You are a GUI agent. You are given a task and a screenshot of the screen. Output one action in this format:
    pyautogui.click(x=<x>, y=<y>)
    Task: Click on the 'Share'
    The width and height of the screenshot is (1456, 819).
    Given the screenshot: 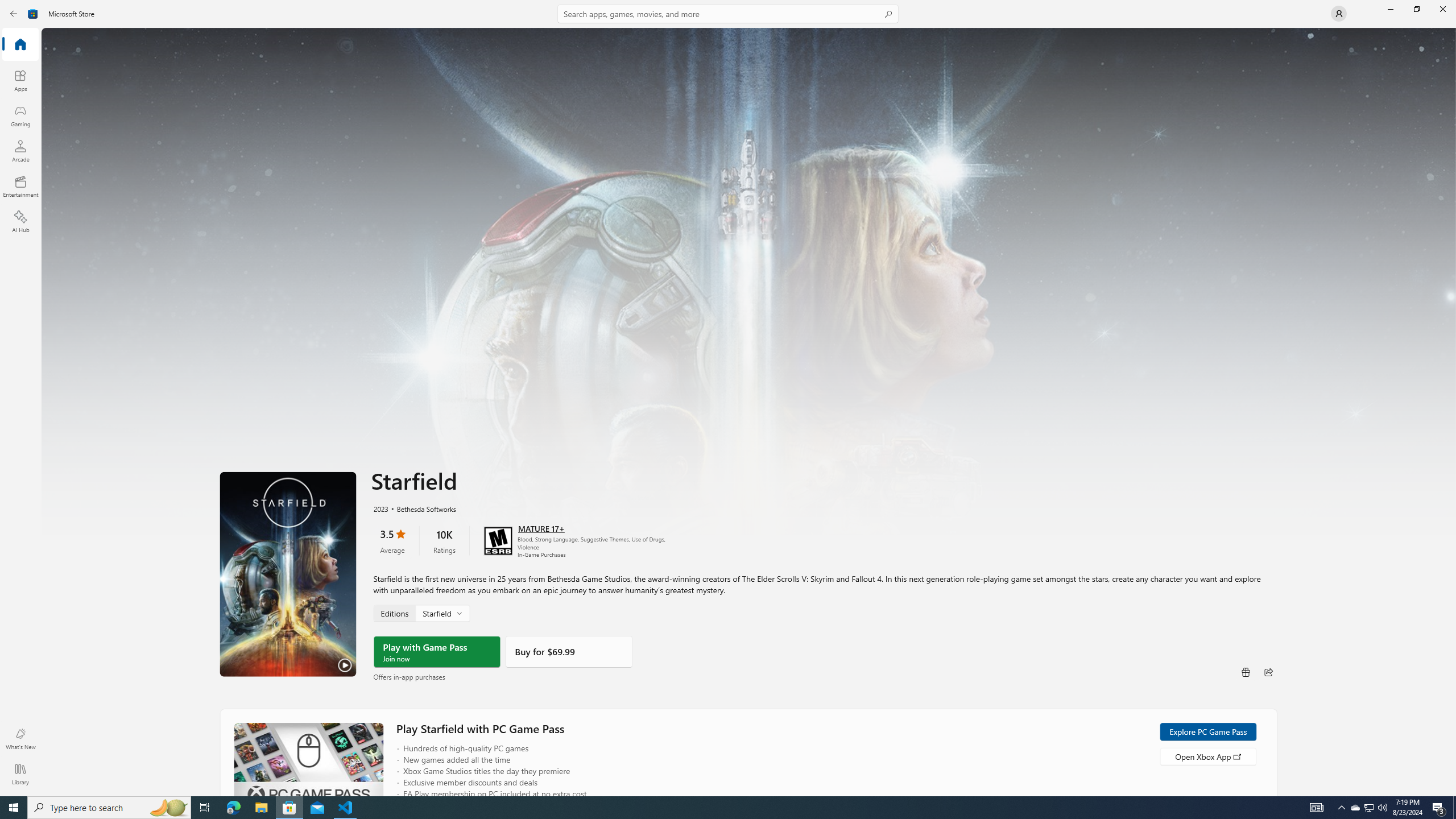 What is the action you would take?
    pyautogui.click(x=1268, y=671)
    